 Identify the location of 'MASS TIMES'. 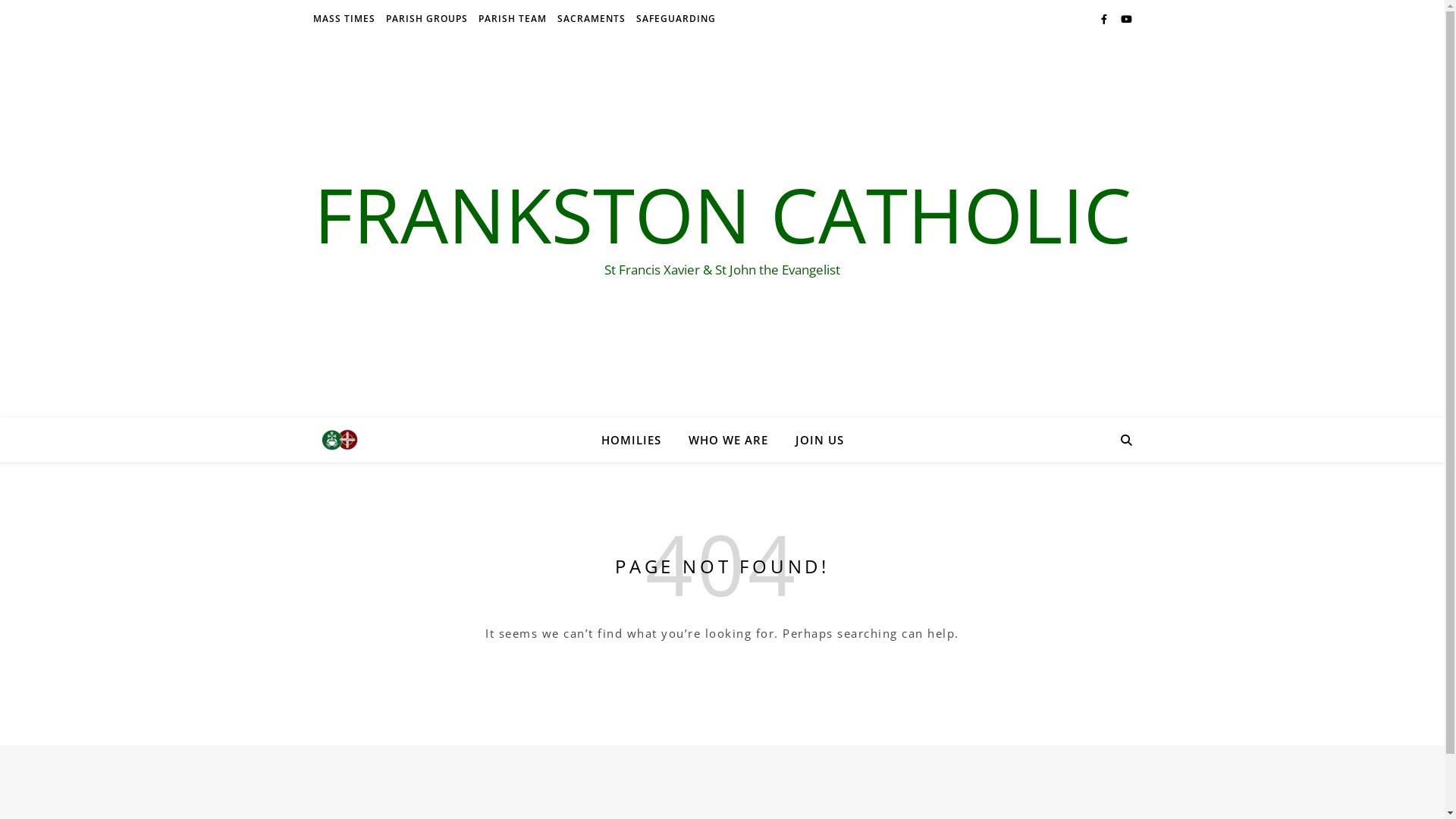
(344, 18).